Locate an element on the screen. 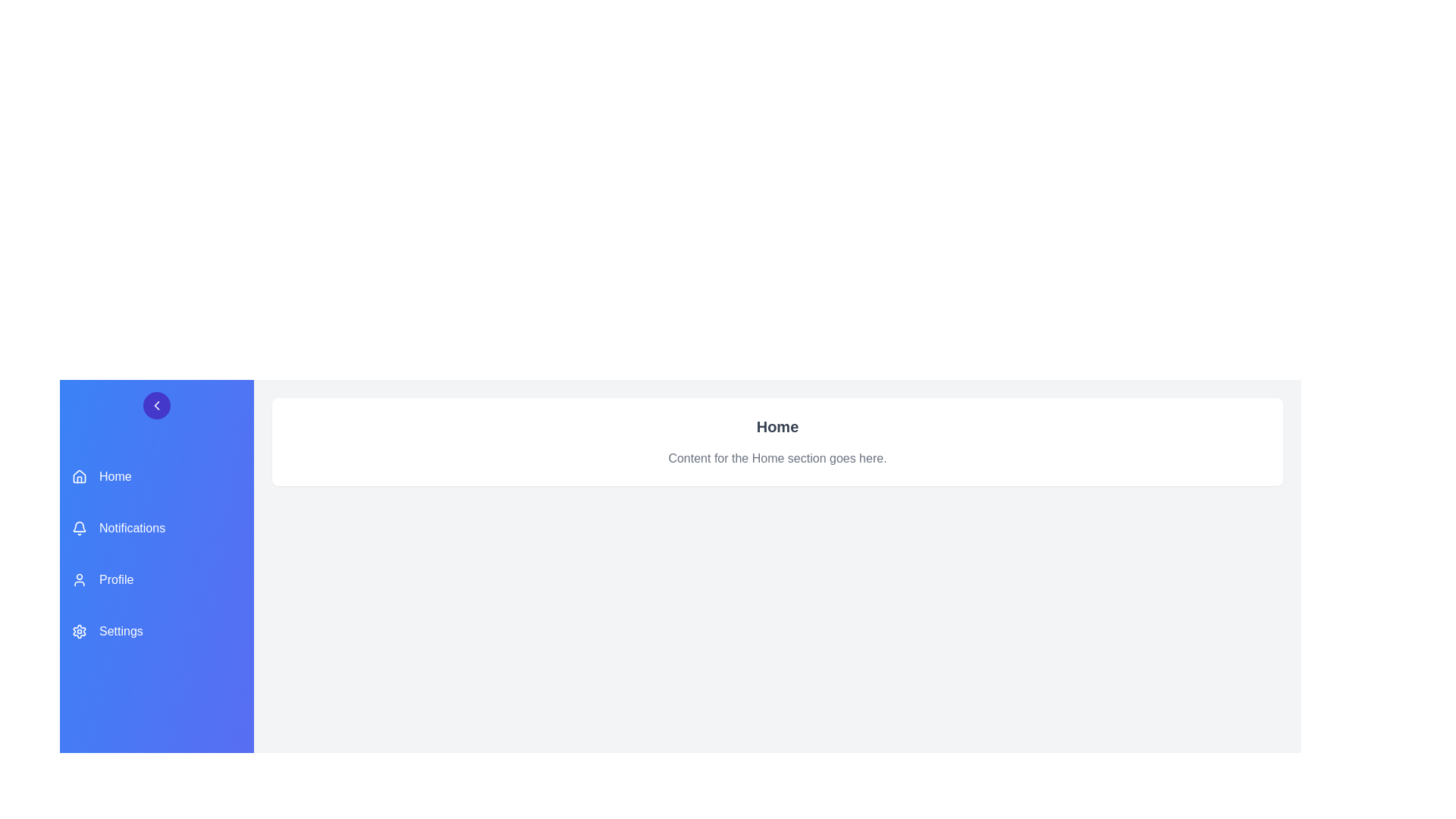  the upper-left icon button in the circular control of the vertical side navigation bar is located at coordinates (156, 405).